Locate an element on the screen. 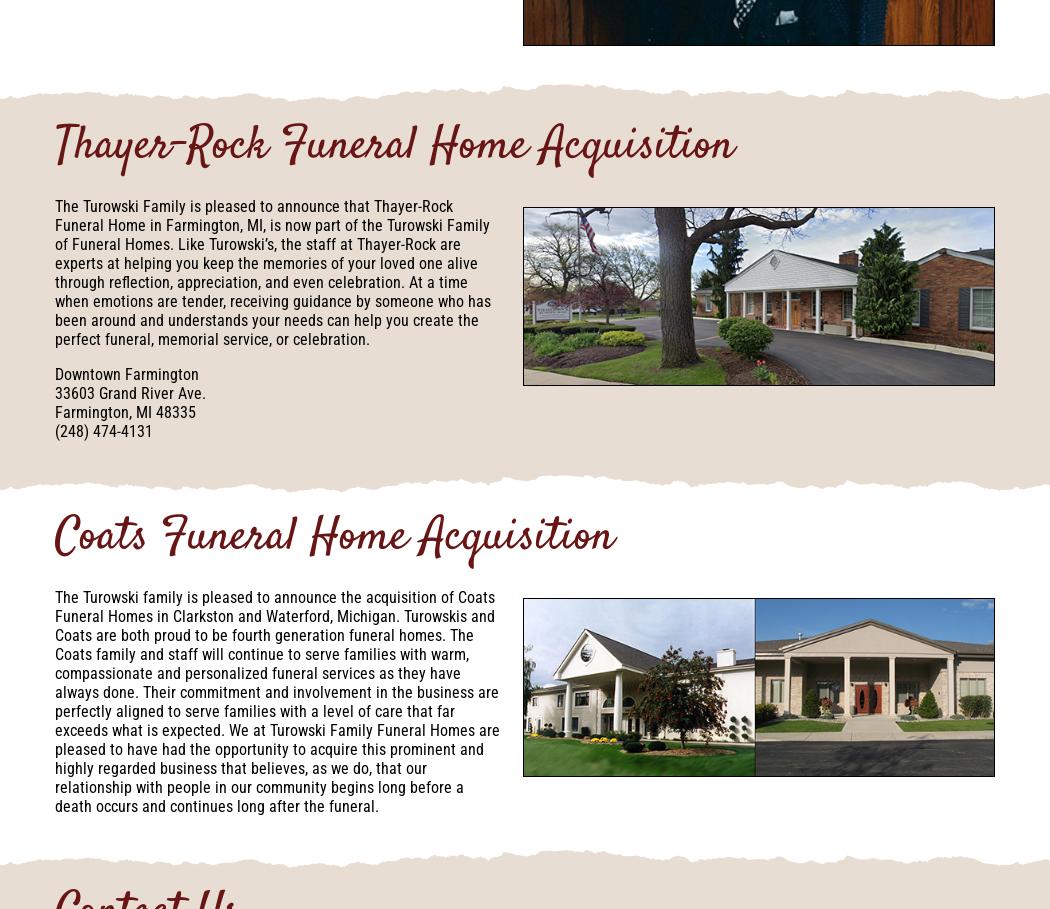  ',' is located at coordinates (131, 412).